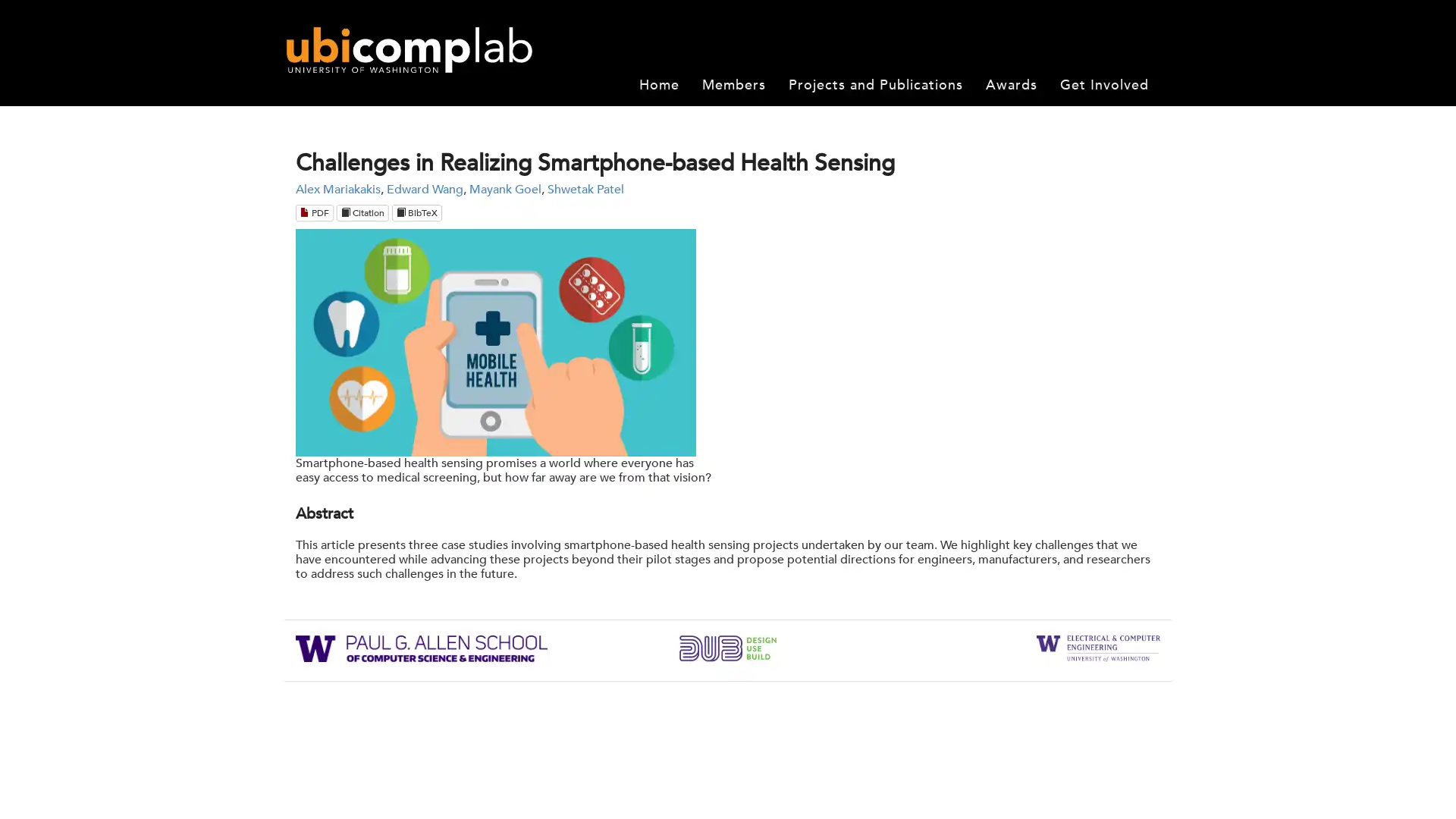 This screenshot has height=819, width=1456. What do you see at coordinates (417, 213) in the screenshot?
I see `BibTeX` at bounding box center [417, 213].